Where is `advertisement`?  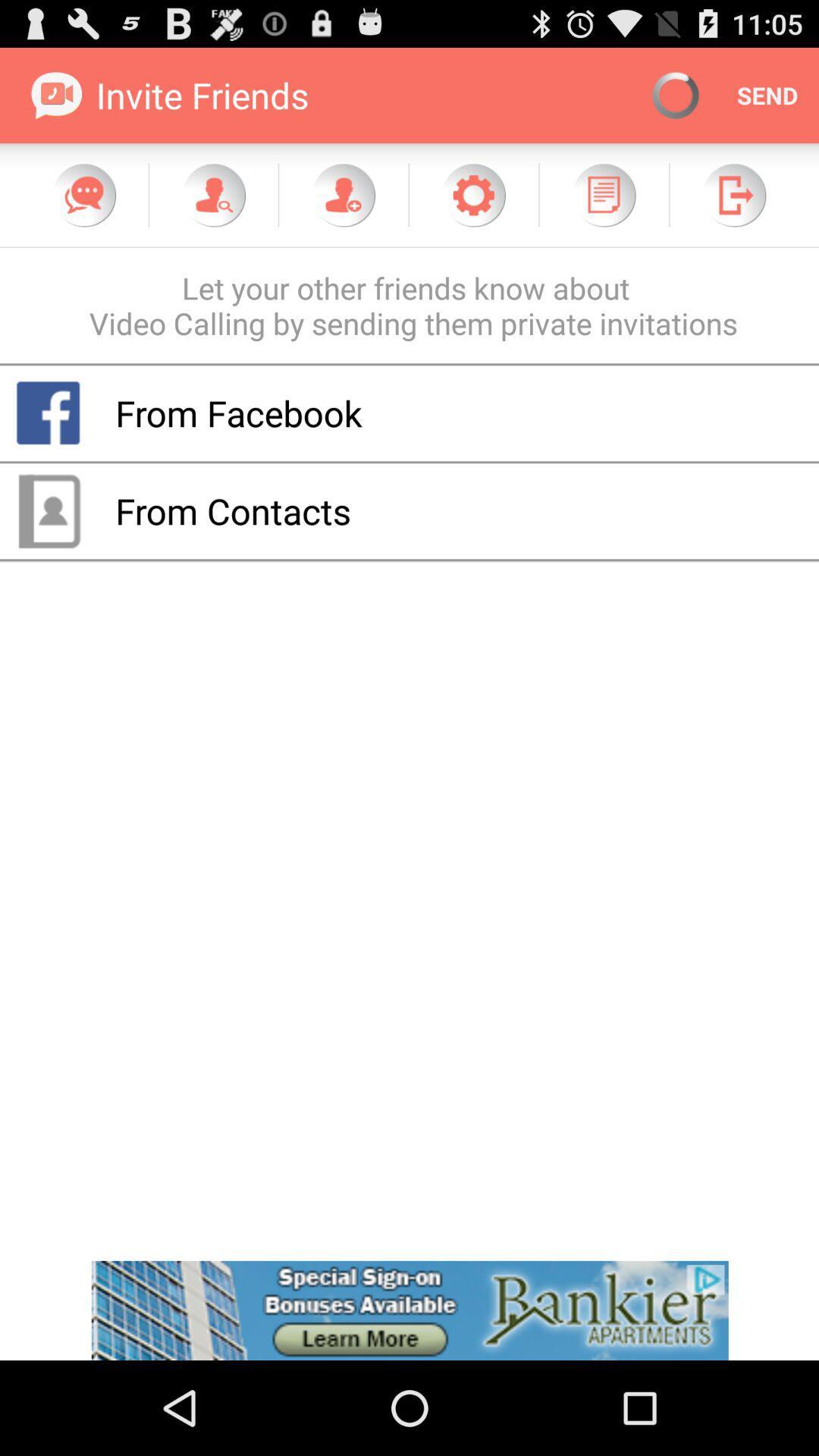 advertisement is located at coordinates (409, 1310).